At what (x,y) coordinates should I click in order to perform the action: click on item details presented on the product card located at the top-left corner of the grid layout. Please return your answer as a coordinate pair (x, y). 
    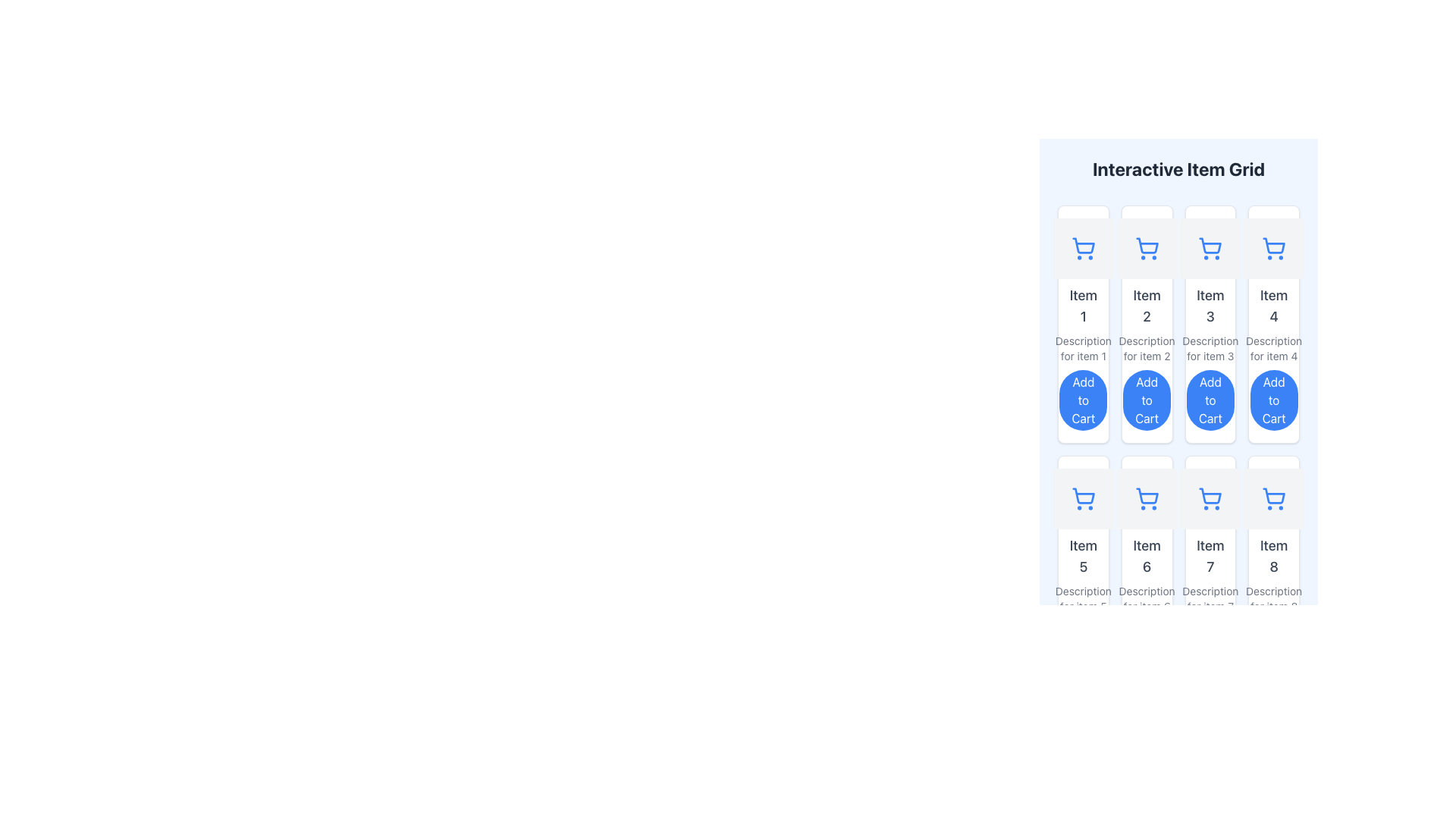
    Looking at the image, I should click on (1082, 324).